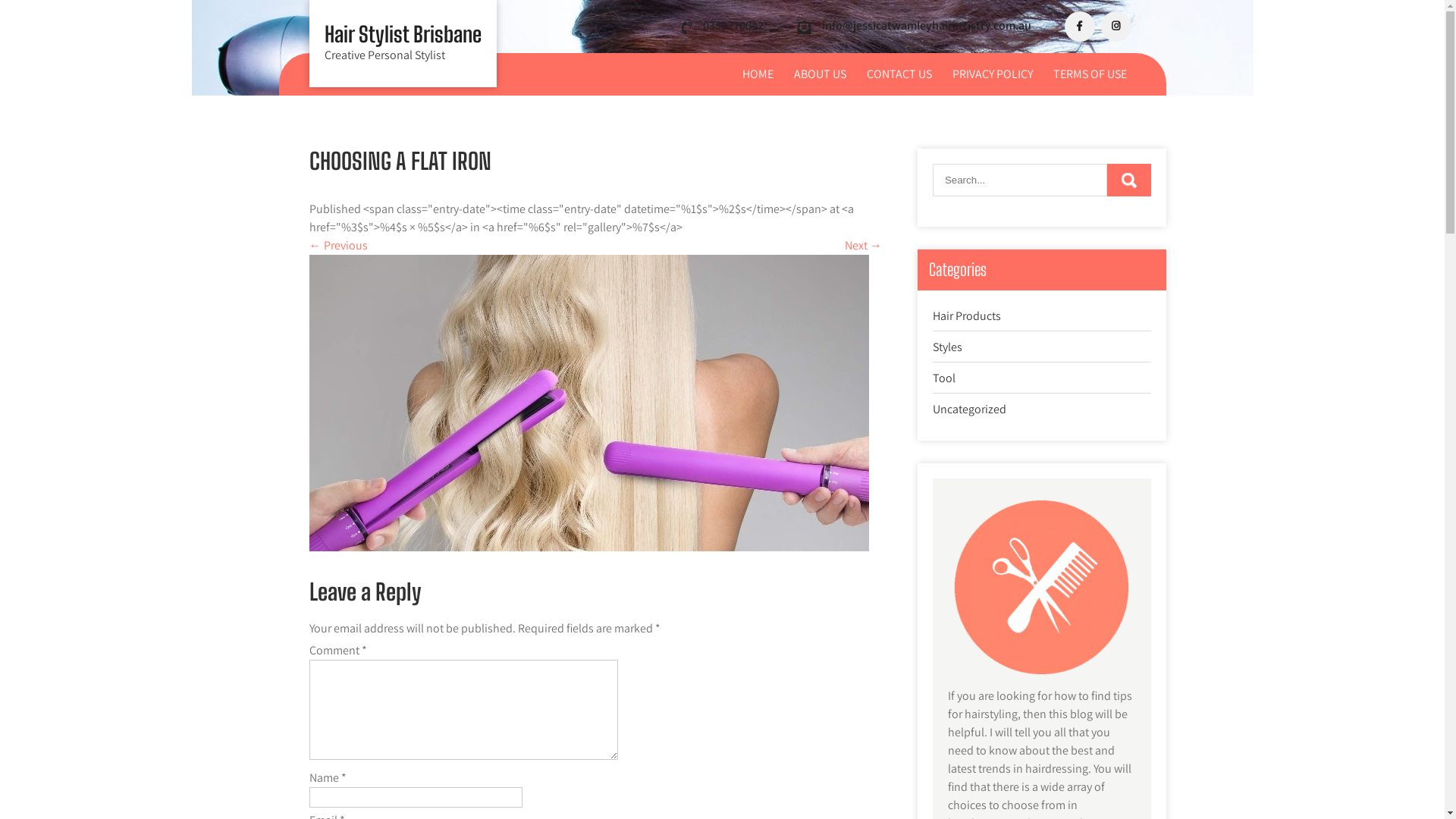  What do you see at coordinates (818, 74) in the screenshot?
I see `'ABOUT US'` at bounding box center [818, 74].